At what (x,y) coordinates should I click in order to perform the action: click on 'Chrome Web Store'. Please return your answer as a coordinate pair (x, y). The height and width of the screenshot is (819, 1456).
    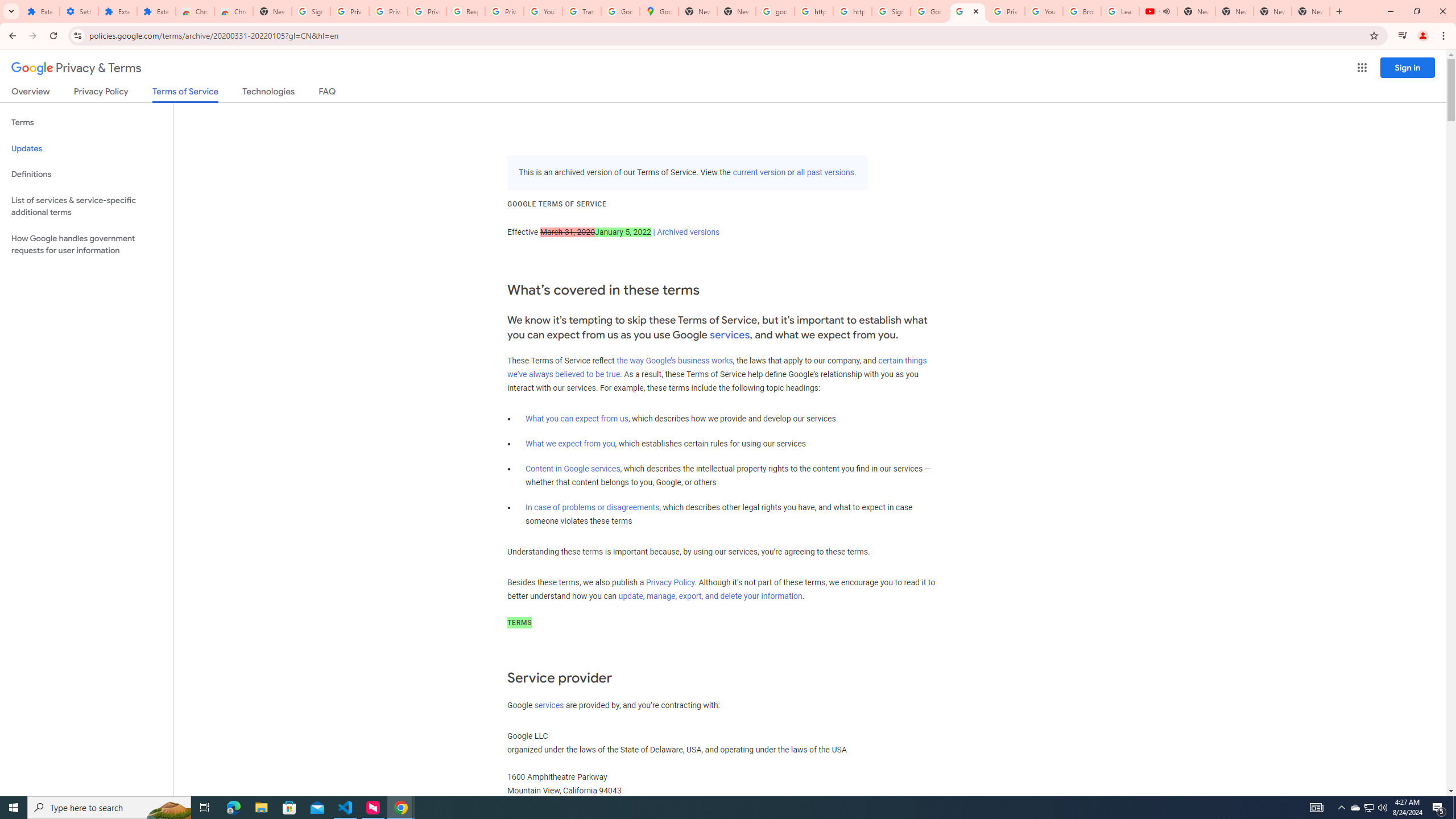
    Looking at the image, I should click on (195, 11).